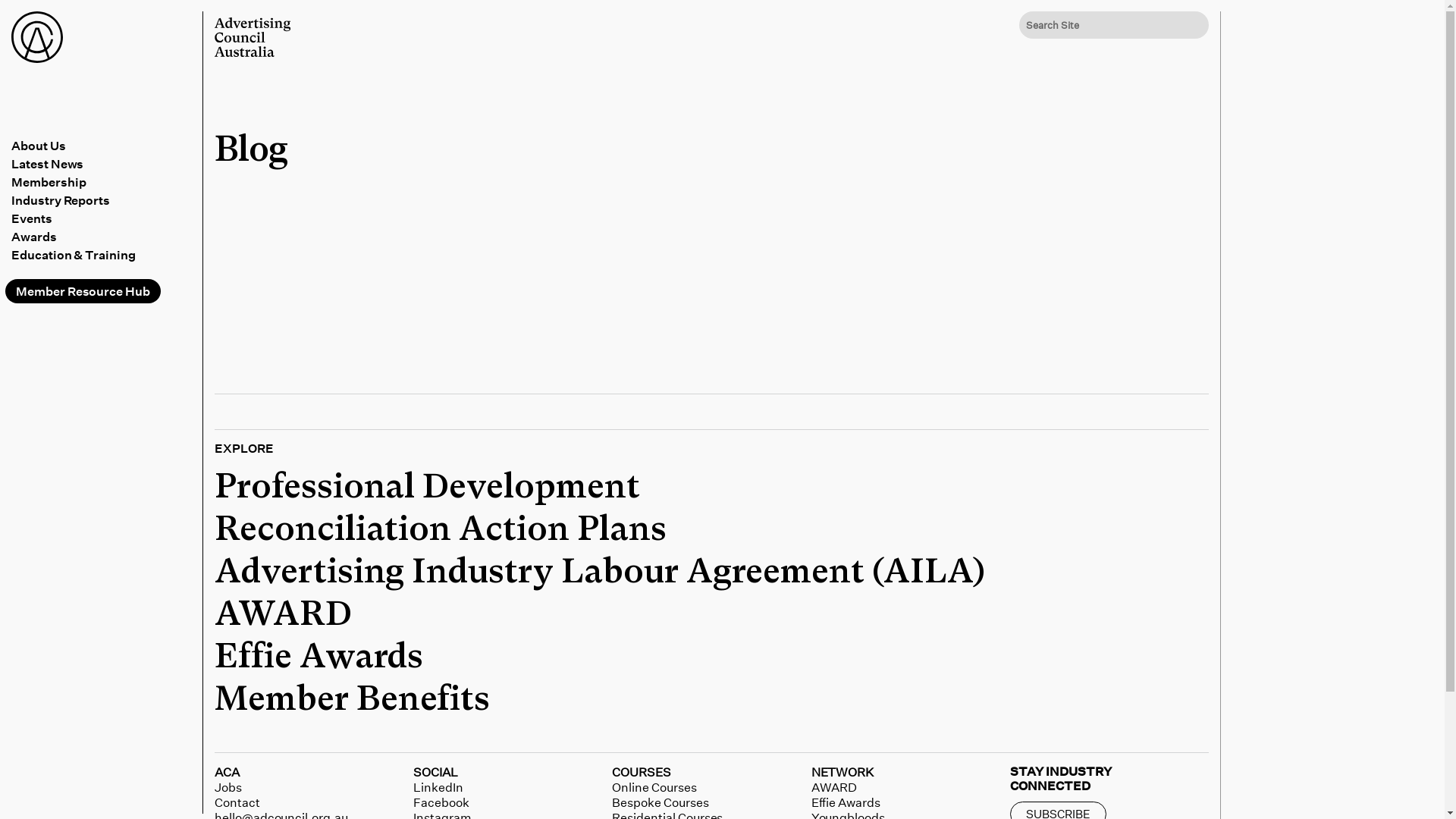 The image size is (1456, 819). What do you see at coordinates (103, 199) in the screenshot?
I see `'Industry Reports'` at bounding box center [103, 199].